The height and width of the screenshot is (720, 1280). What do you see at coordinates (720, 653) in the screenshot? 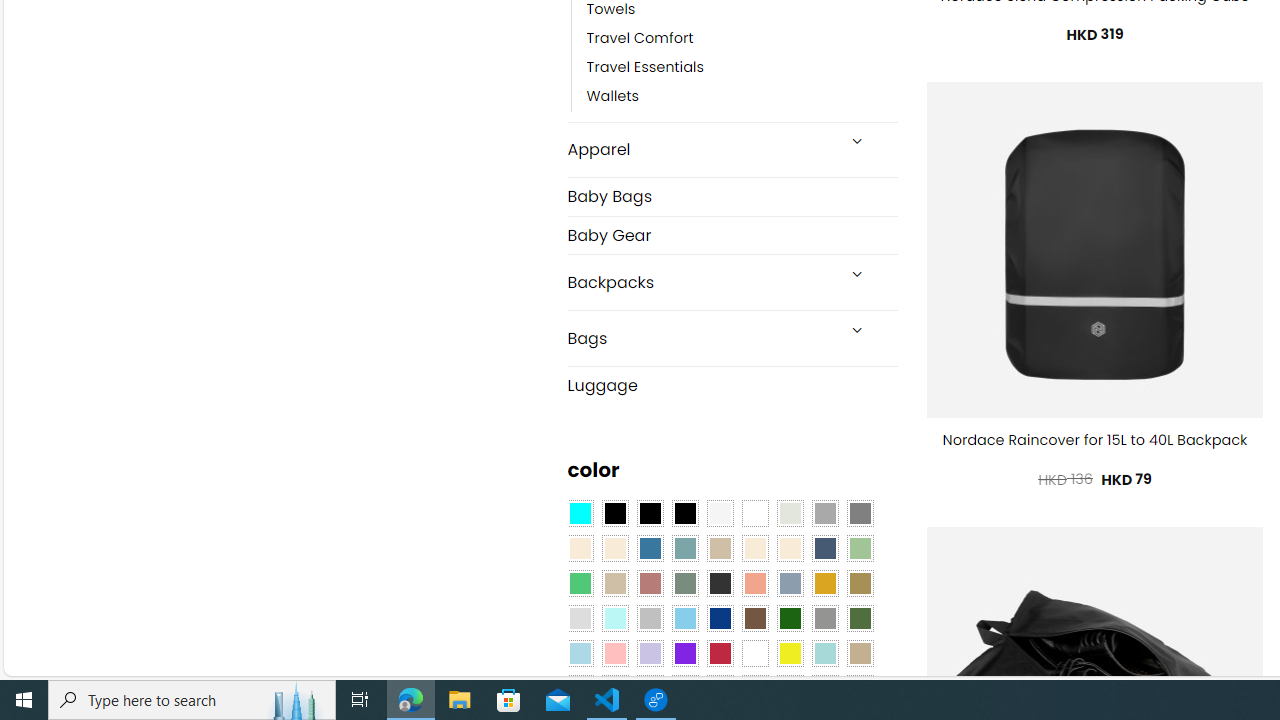
I see `'Red'` at bounding box center [720, 653].